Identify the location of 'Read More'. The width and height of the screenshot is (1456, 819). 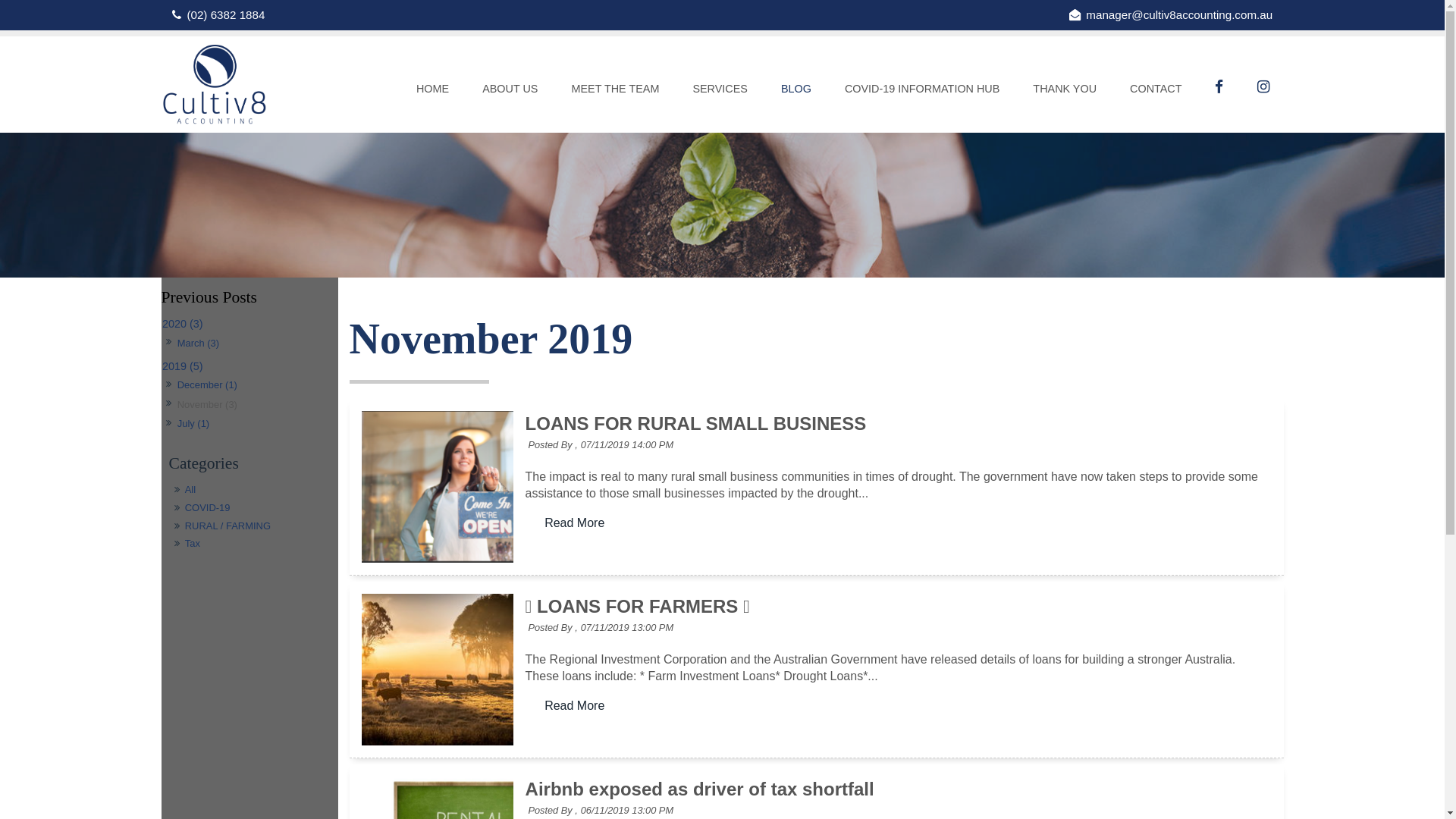
(574, 522).